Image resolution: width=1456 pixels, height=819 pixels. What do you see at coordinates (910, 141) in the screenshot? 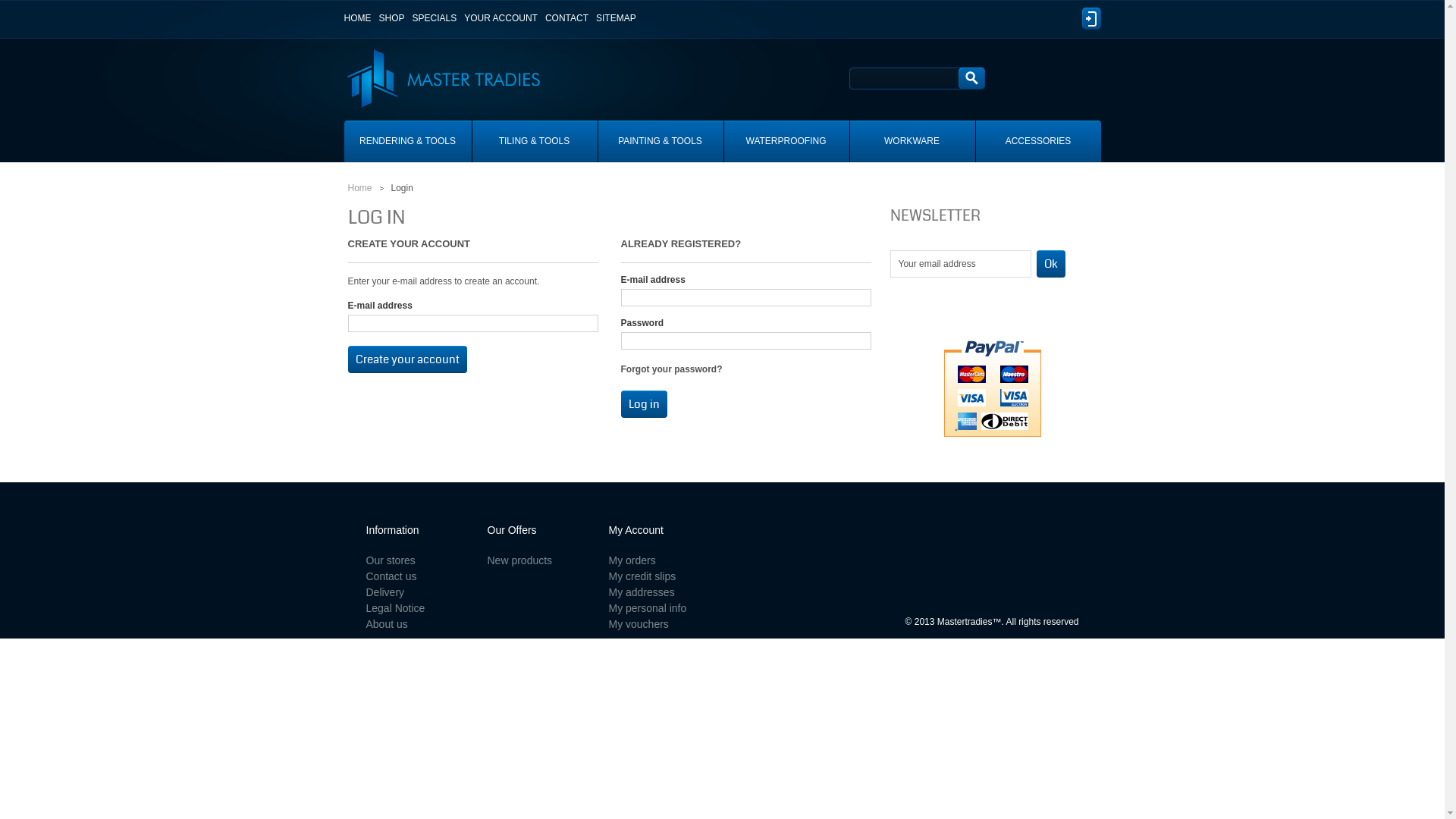
I see `'WORKWARE'` at bounding box center [910, 141].